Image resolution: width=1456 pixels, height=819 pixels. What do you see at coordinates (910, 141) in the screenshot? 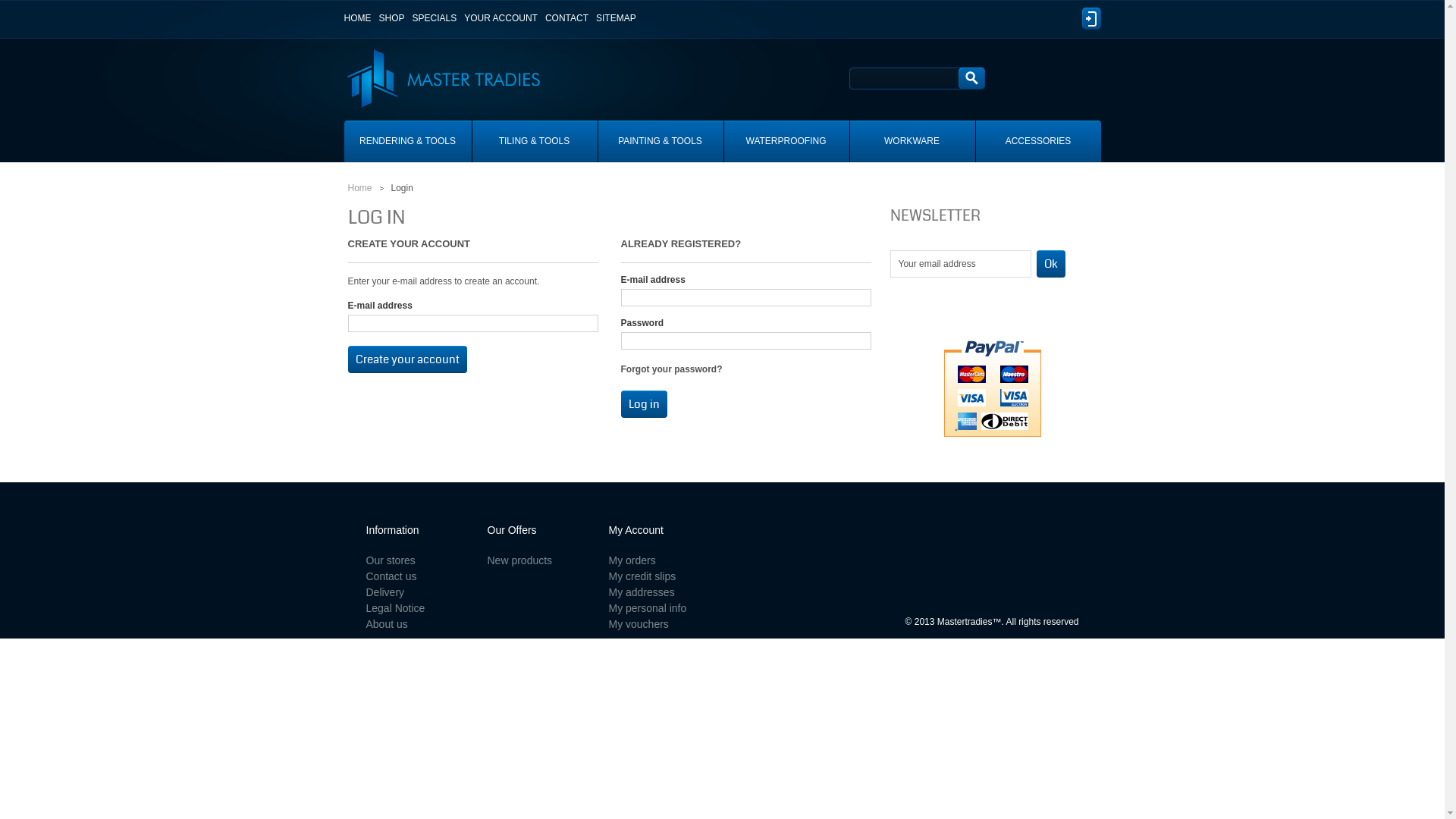
I see `'WORKWARE'` at bounding box center [910, 141].